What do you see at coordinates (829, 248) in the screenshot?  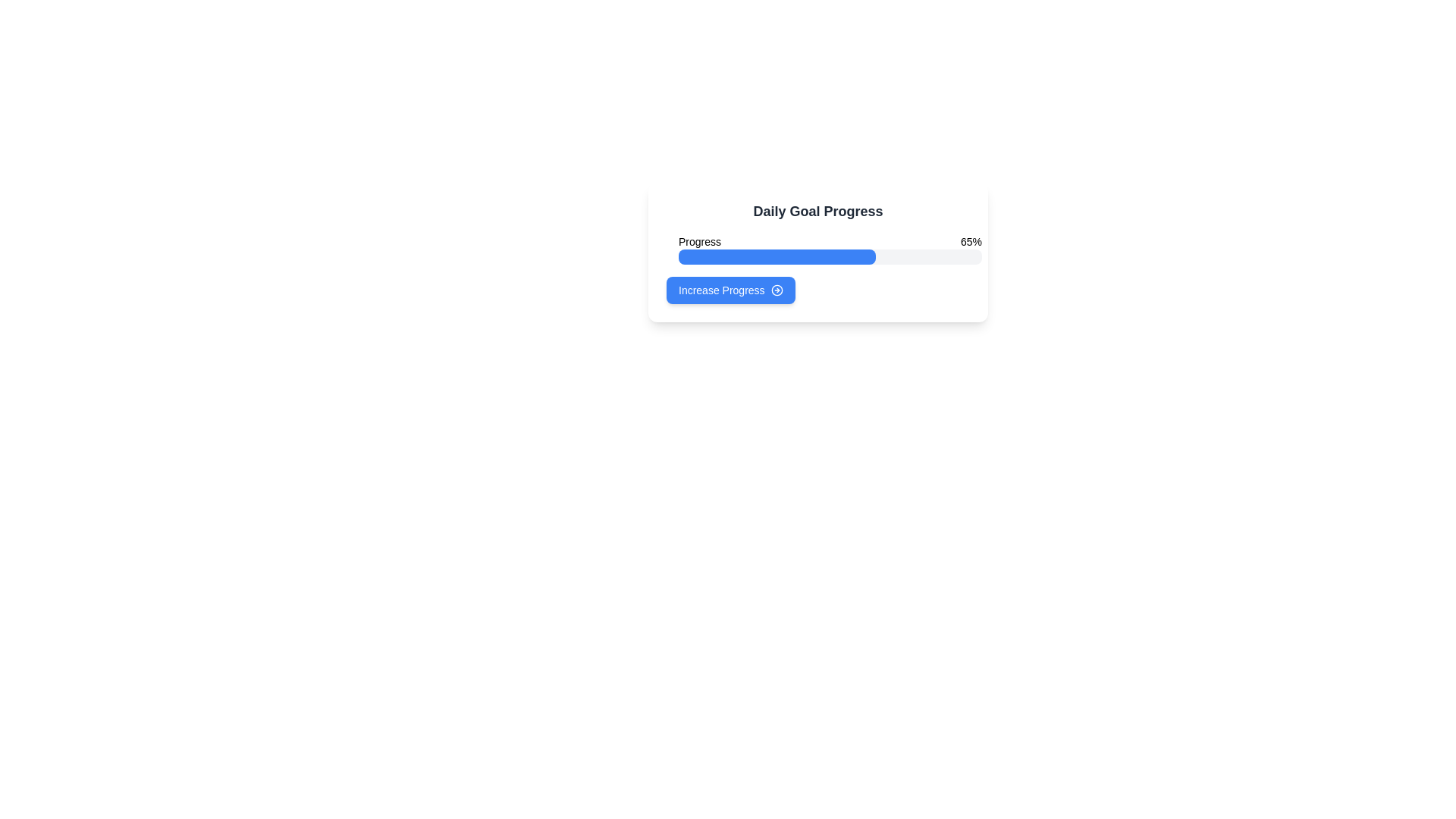 I see `the progress bar indicating 65% completion, located under the 'Daily Goal Progress' heading, above the 'Increase Progress' button` at bounding box center [829, 248].